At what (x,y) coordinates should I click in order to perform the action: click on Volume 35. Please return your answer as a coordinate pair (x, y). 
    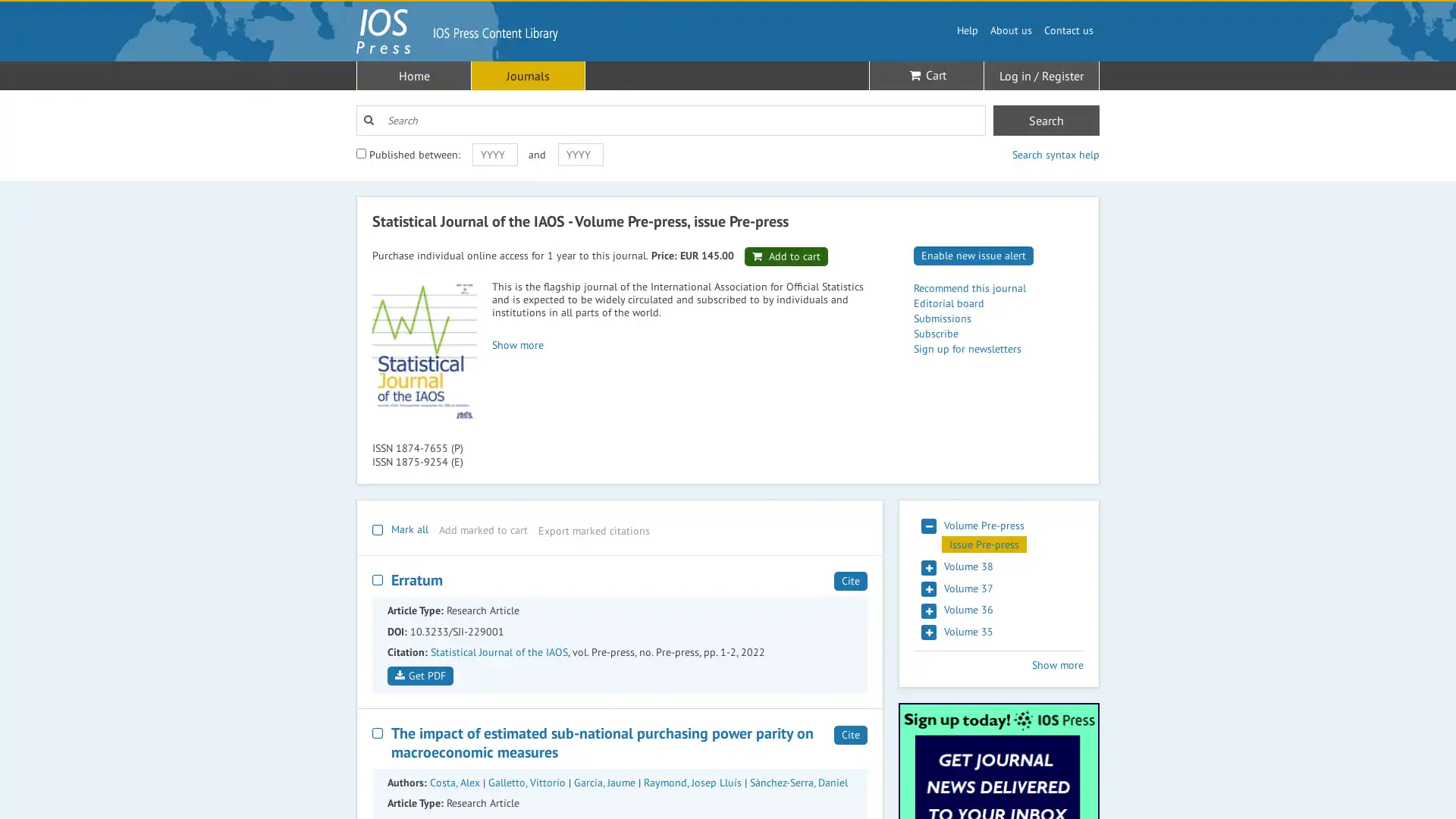
    Looking at the image, I should click on (956, 632).